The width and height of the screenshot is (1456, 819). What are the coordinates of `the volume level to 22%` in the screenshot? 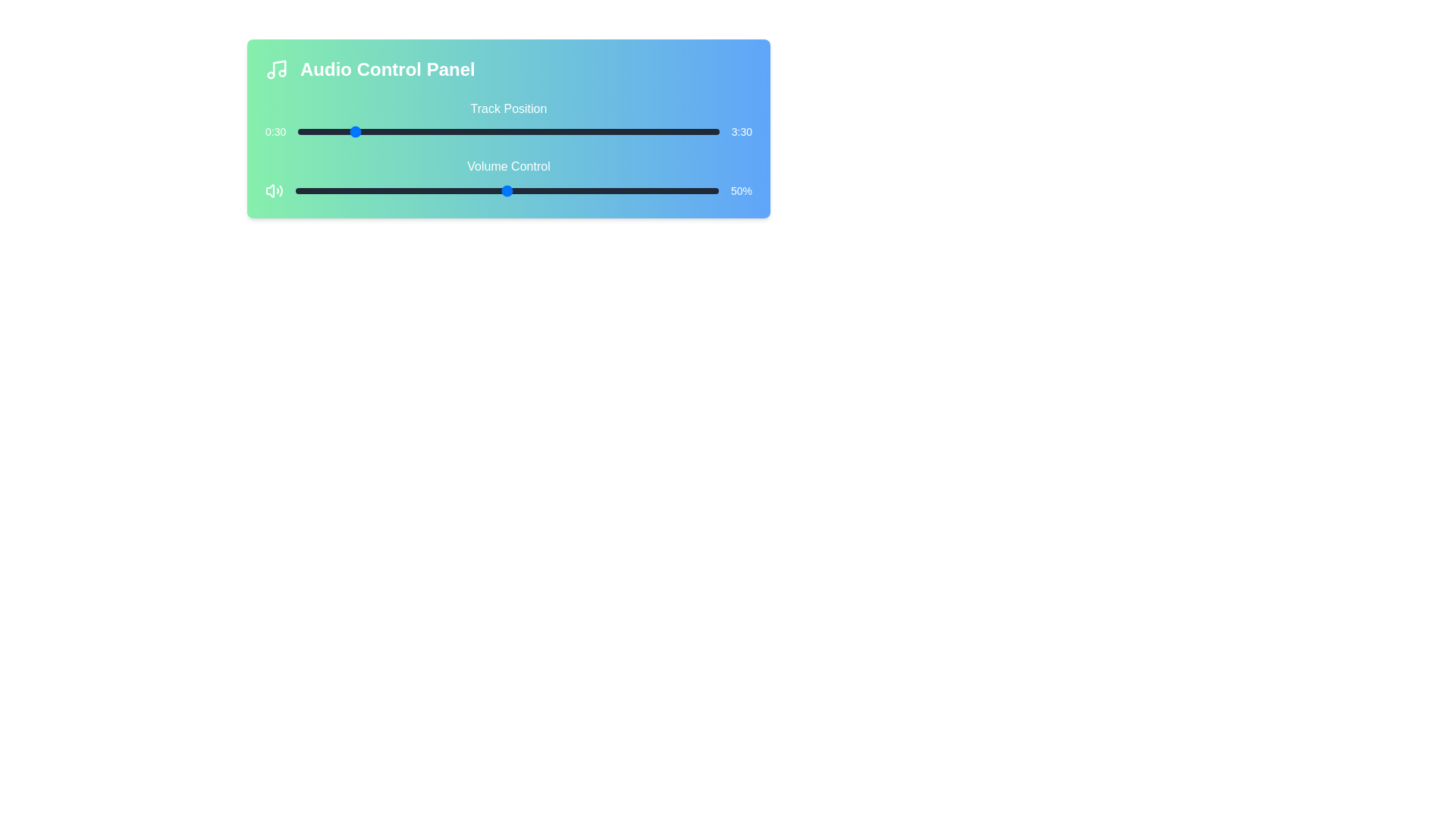 It's located at (388, 190).